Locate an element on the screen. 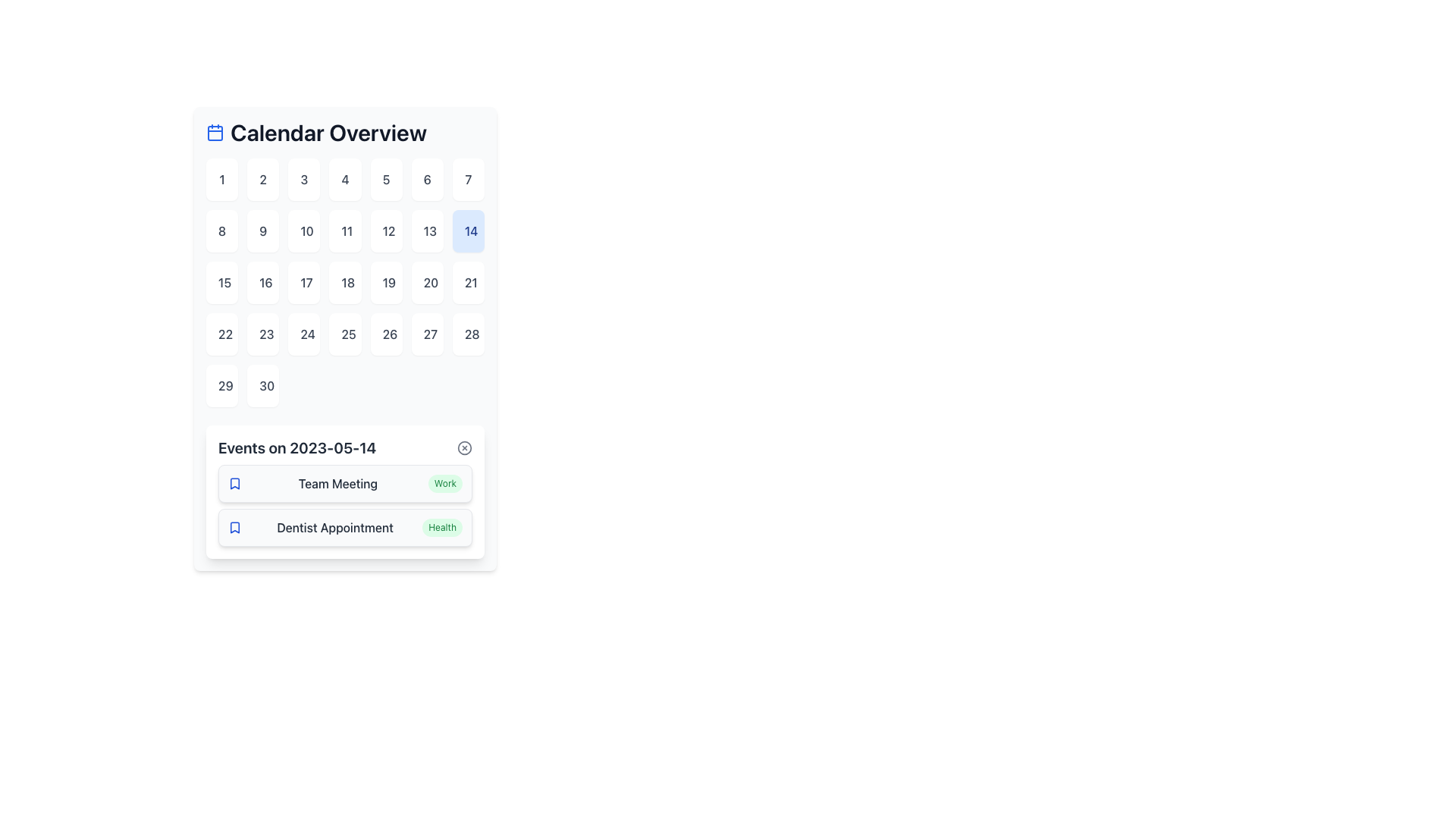 The width and height of the screenshot is (1456, 819). the calendar button representing the date '17' is located at coordinates (303, 283).